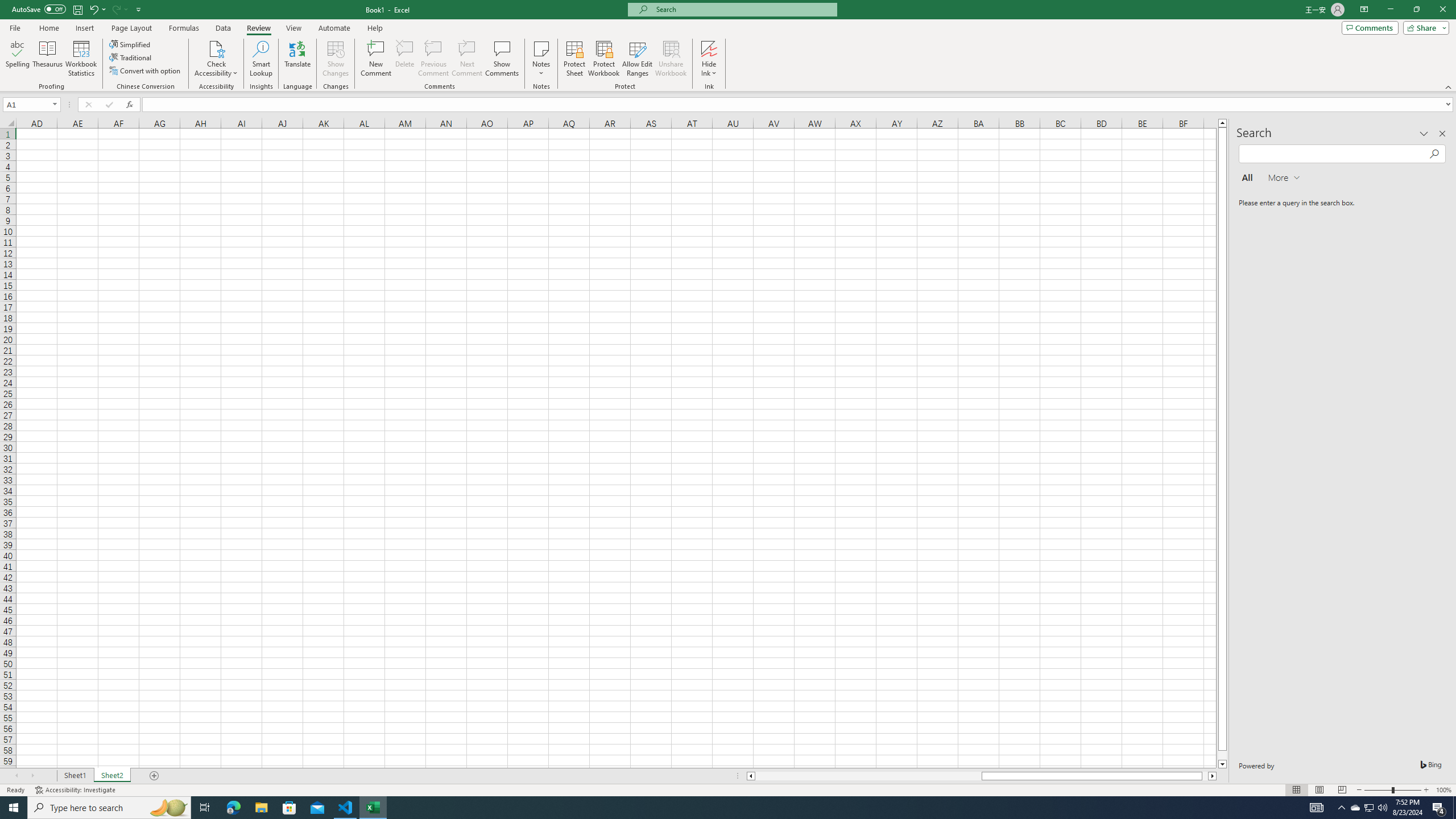 The height and width of the screenshot is (819, 1456). I want to click on 'Show Comments', so click(500, 59).